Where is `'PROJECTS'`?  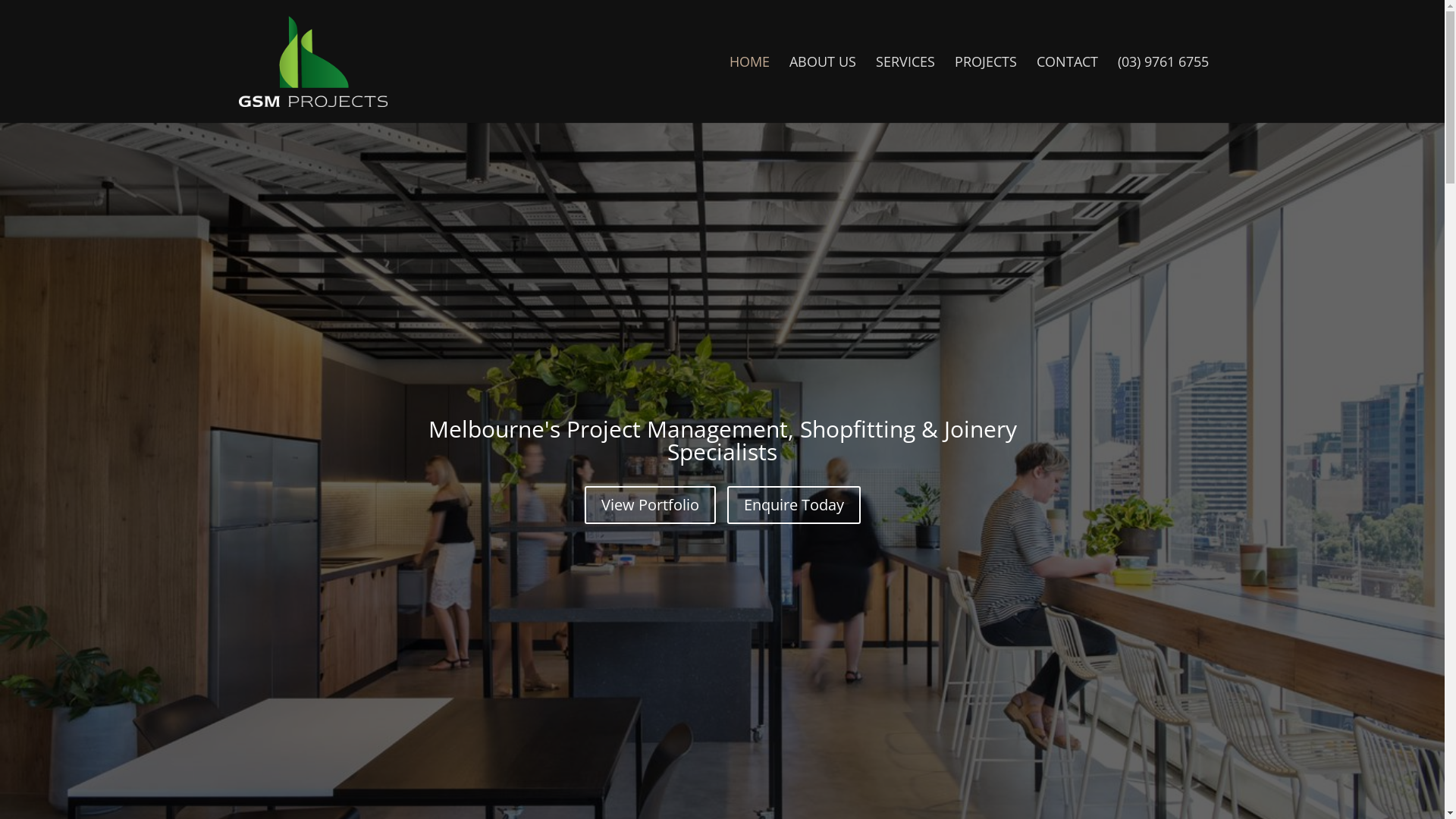 'PROJECTS' is located at coordinates (986, 89).